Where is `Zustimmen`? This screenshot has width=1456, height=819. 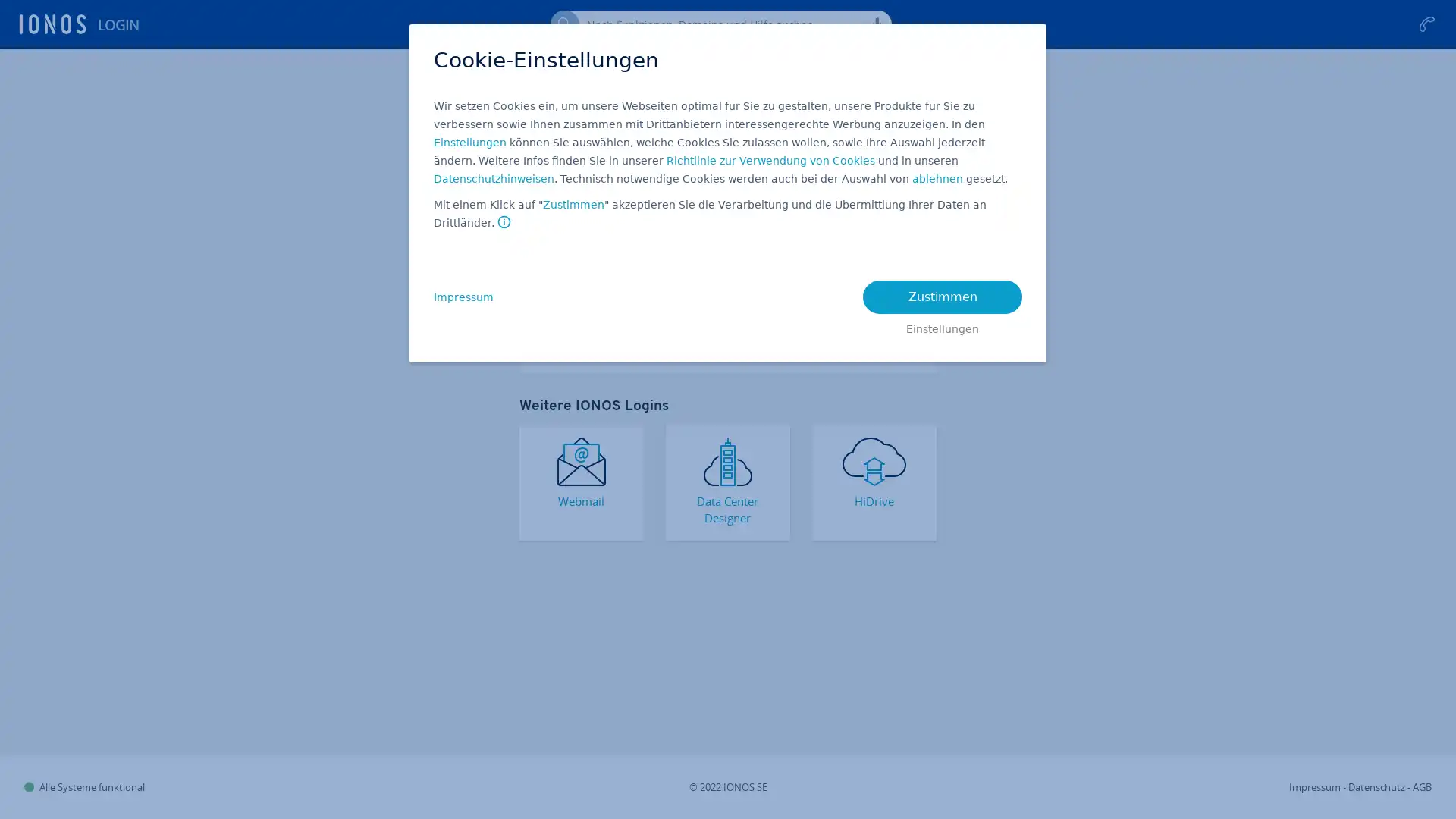 Zustimmen is located at coordinates (573, 205).